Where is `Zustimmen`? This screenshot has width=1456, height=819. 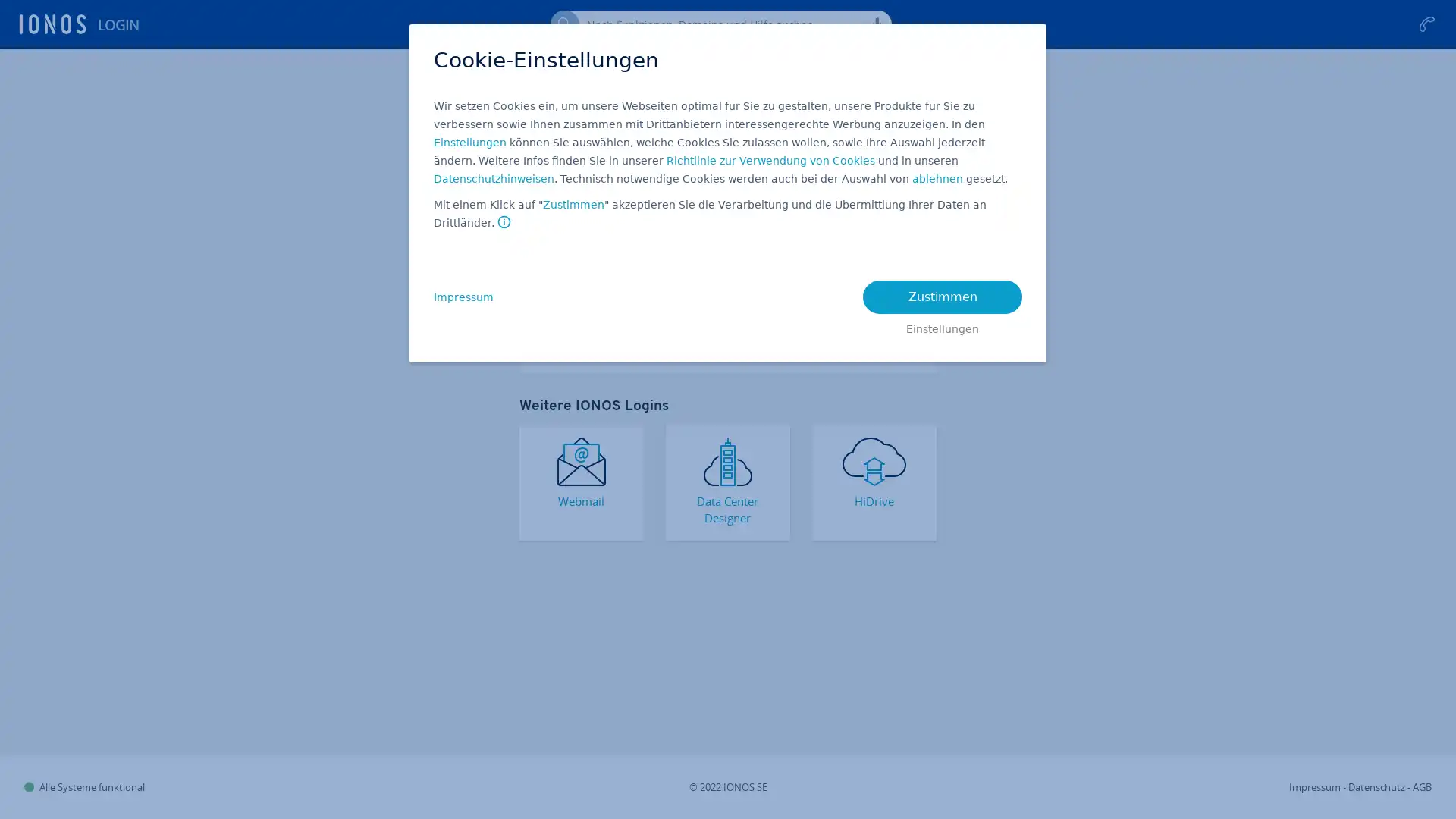 Zustimmen is located at coordinates (573, 205).